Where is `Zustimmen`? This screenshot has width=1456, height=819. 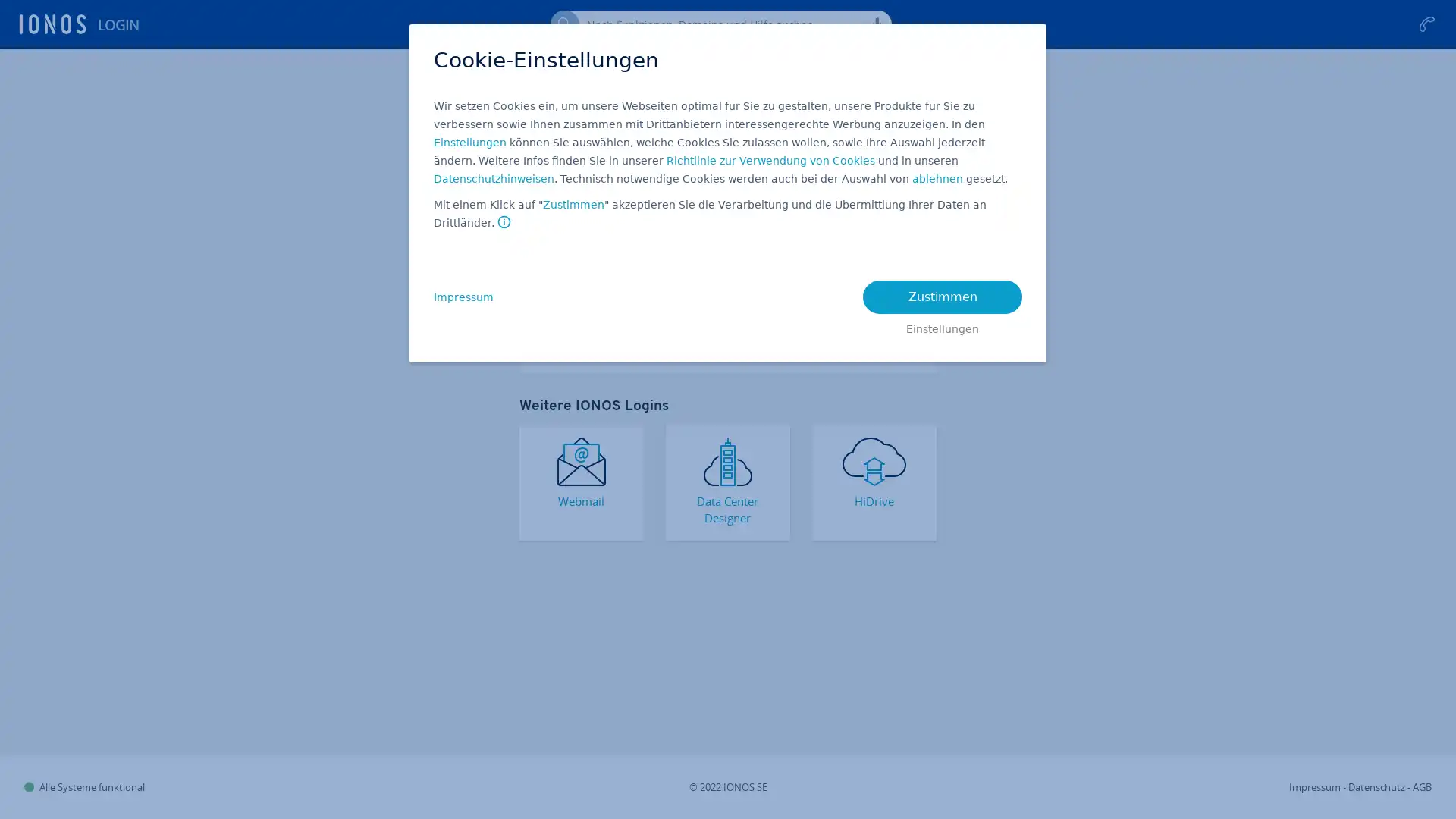 Zustimmen is located at coordinates (573, 205).